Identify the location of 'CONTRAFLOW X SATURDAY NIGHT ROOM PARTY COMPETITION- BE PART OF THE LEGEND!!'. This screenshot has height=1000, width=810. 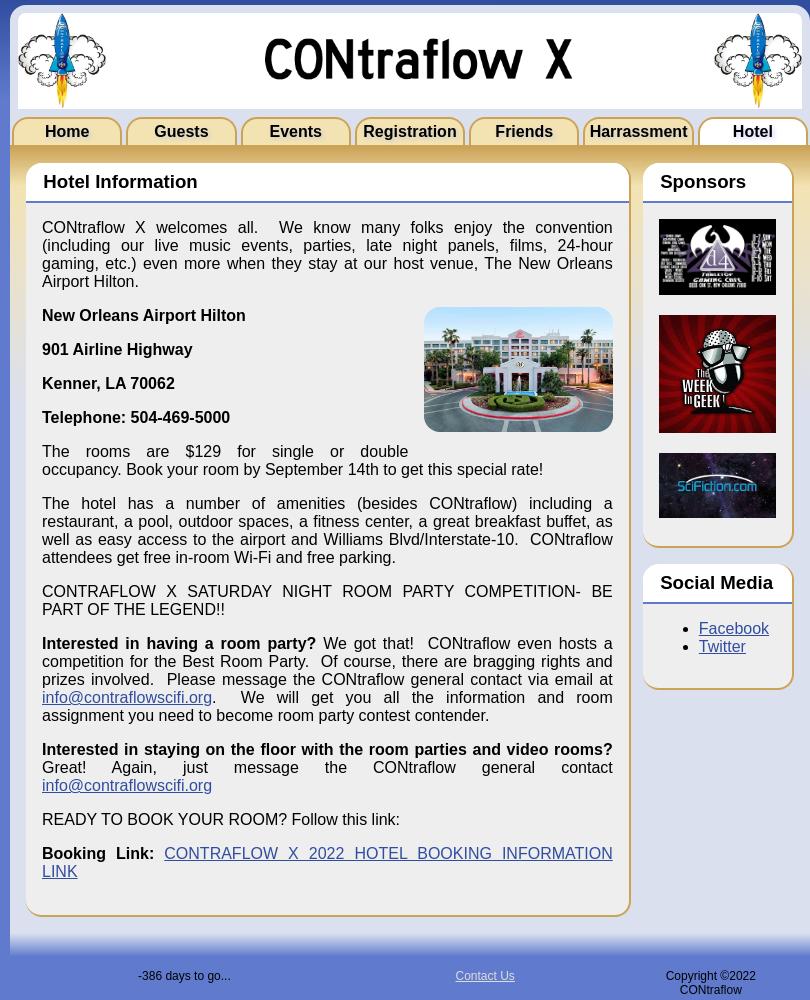
(325, 599).